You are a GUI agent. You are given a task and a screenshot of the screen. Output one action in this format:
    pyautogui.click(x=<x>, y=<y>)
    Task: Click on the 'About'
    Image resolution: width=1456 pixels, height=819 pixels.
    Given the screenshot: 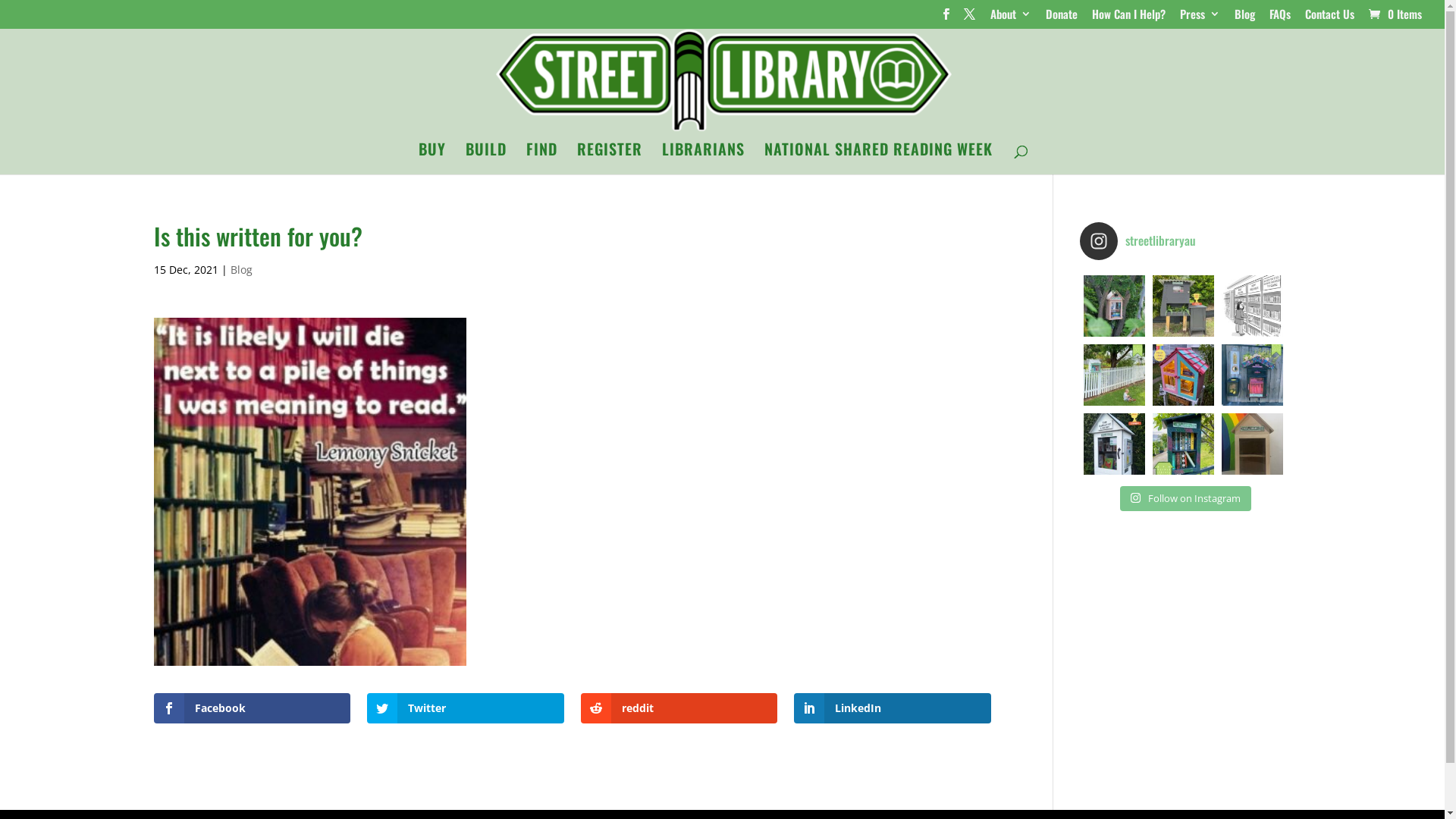 What is the action you would take?
    pyautogui.click(x=1011, y=17)
    